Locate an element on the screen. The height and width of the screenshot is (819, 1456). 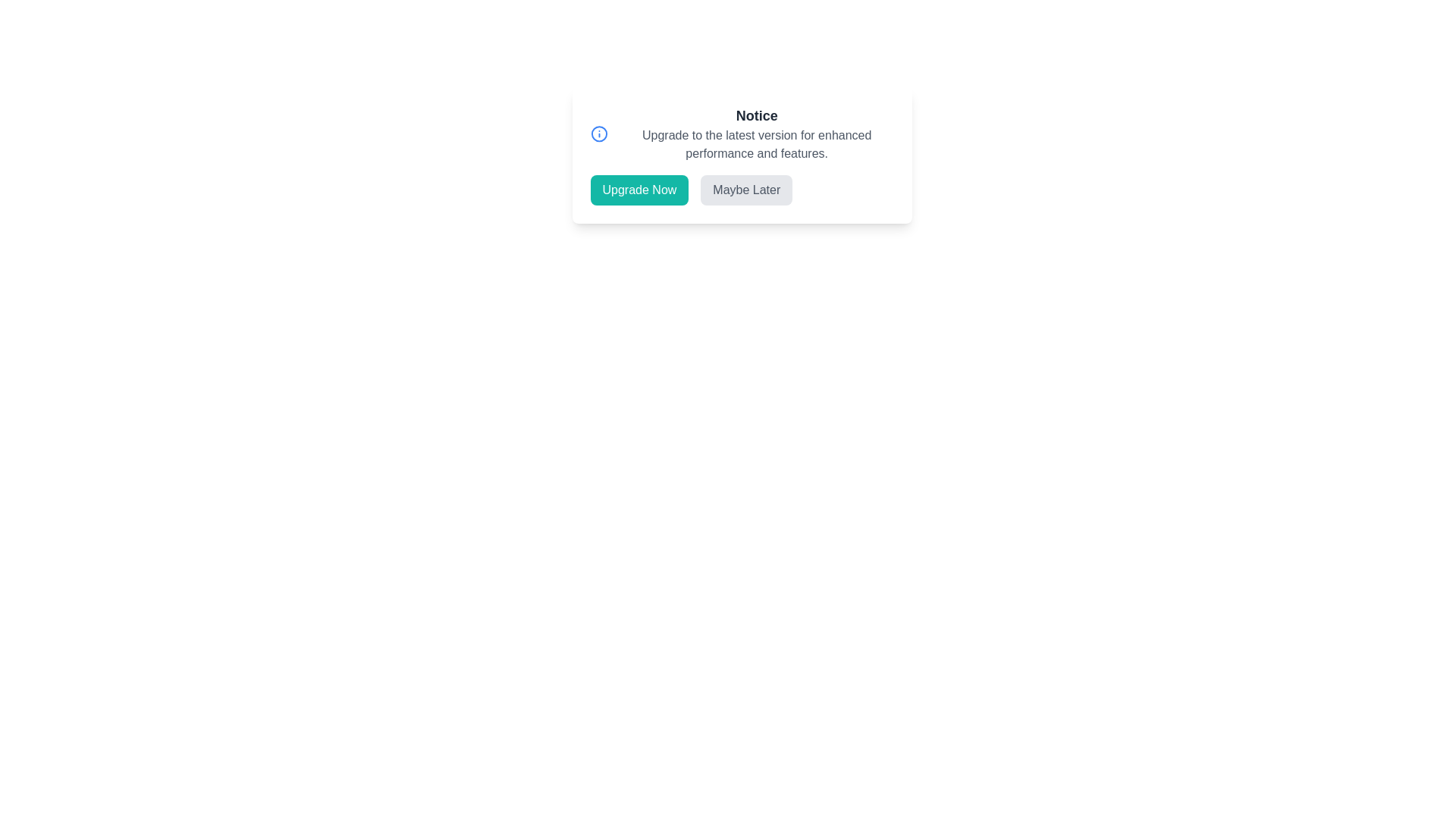
the multiline paragraph of gray text that advises to 'Upgrade to the latest version for enhanced performance and features', located below the title 'Notice' and above the buttons 'Upgrade Now' and 'Maybe Later' is located at coordinates (757, 145).